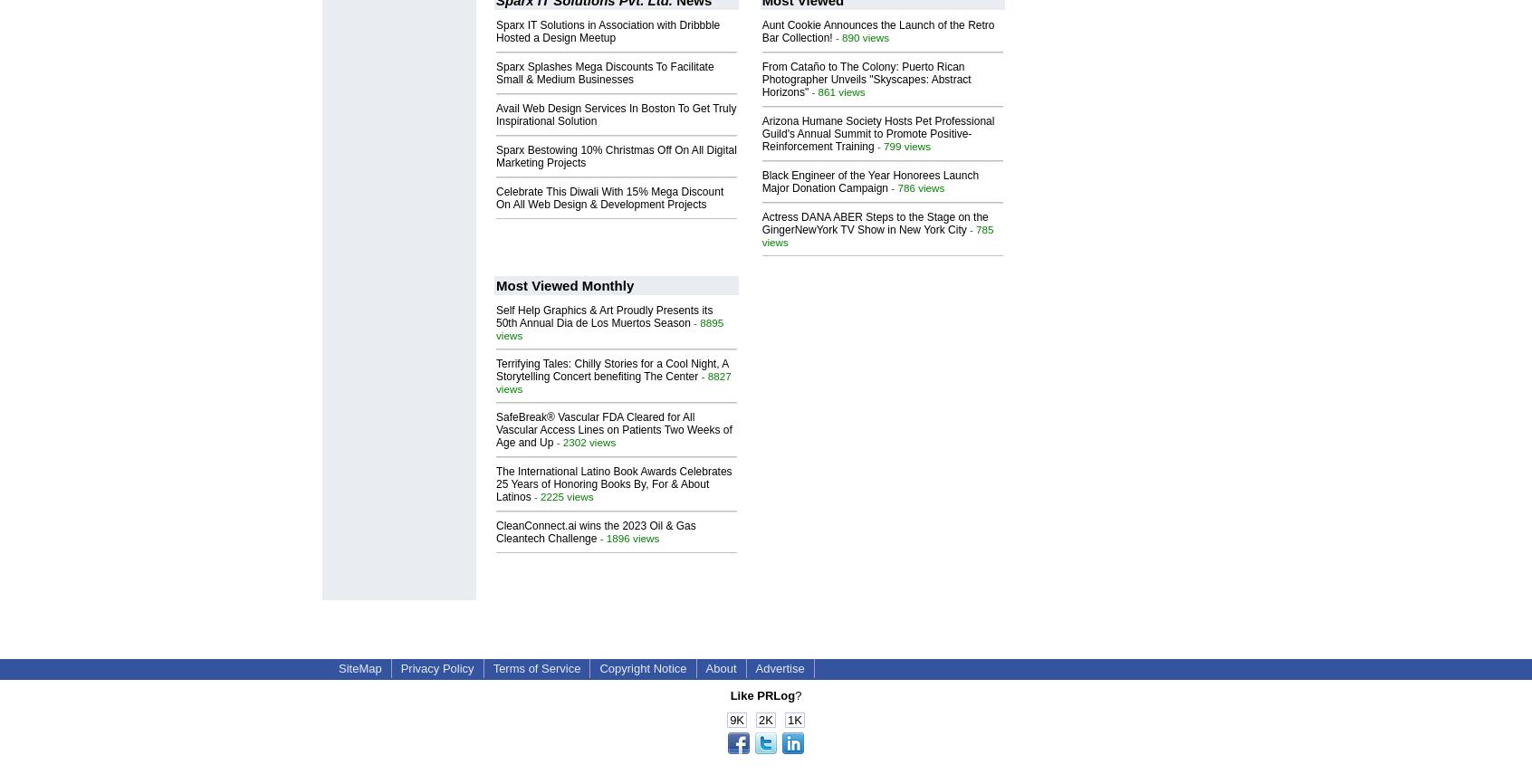  Describe the element at coordinates (616, 114) in the screenshot. I see `'Avail Web Design Services In Boston To Get Truly Inspirational Solution'` at that location.